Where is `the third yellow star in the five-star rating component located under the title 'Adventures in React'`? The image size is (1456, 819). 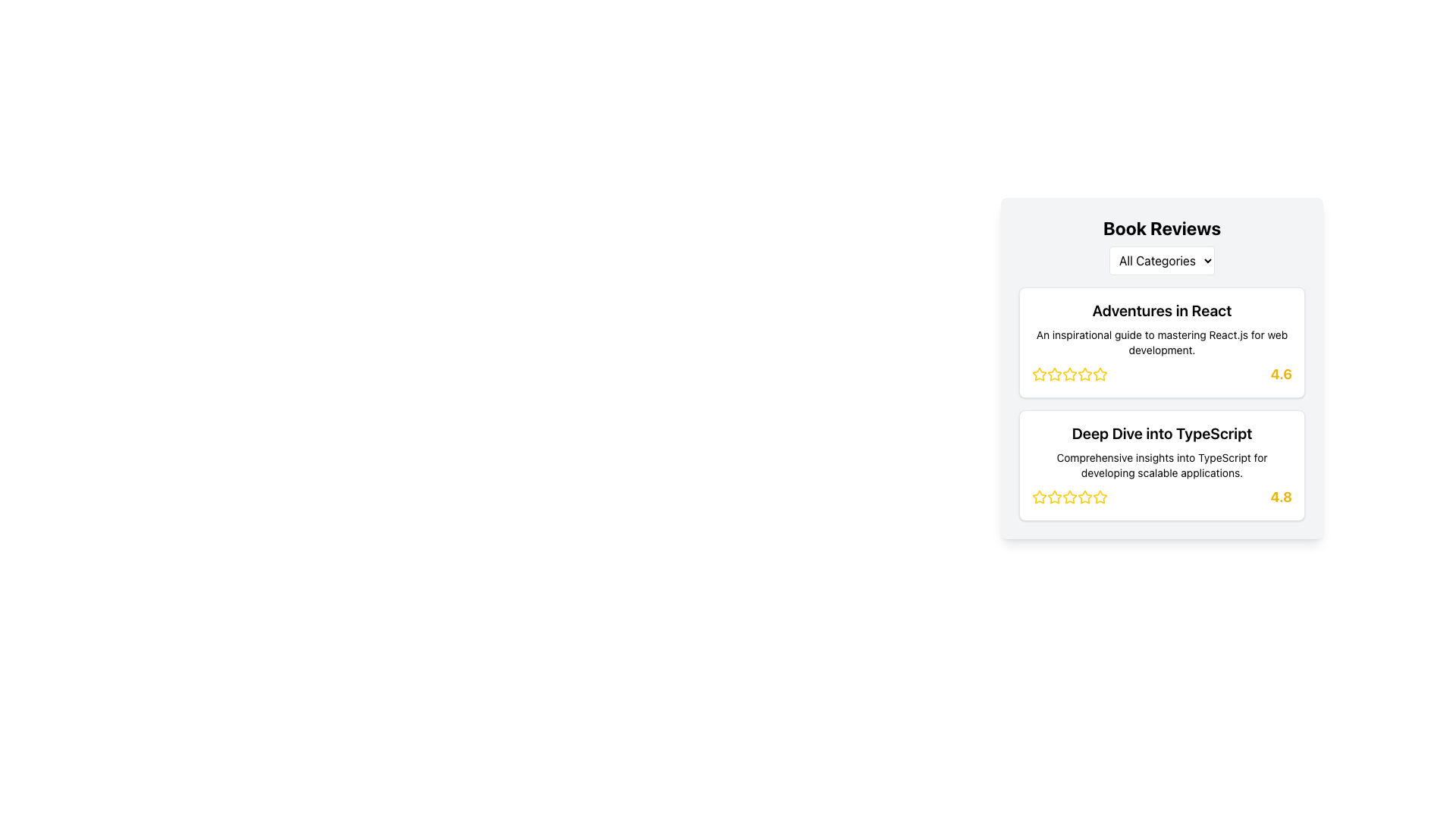 the third yellow star in the five-star rating component located under the title 'Adventures in React' is located at coordinates (1100, 374).